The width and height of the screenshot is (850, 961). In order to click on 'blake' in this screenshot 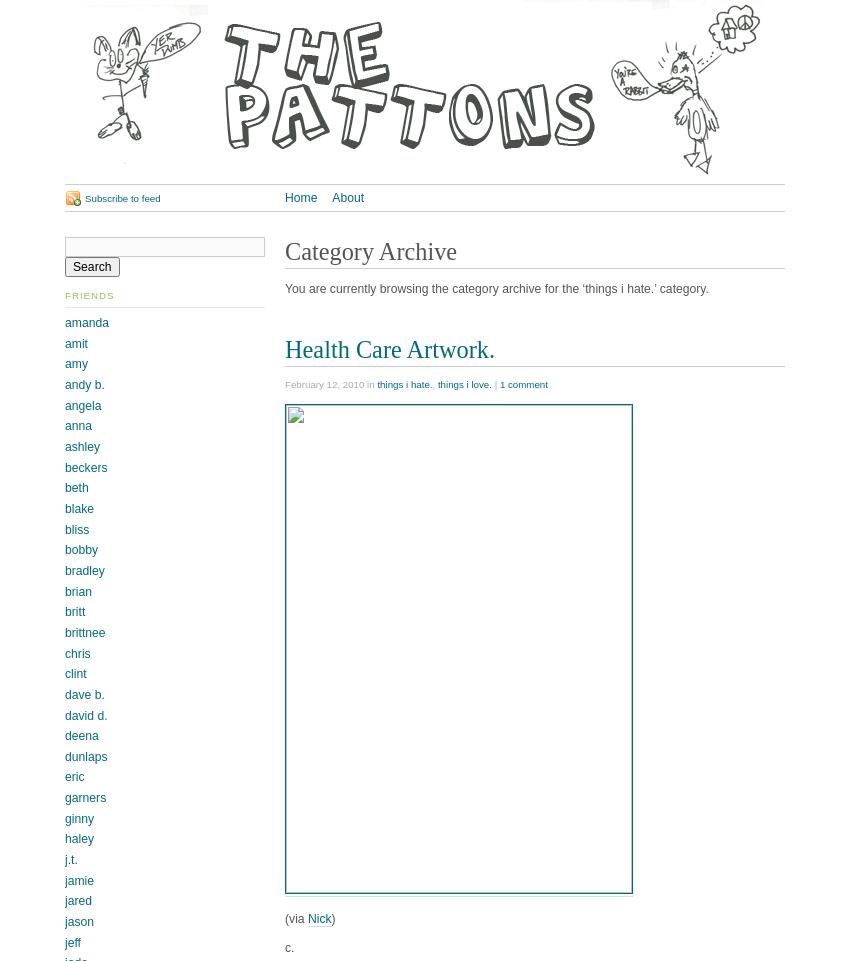, I will do `click(79, 507)`.